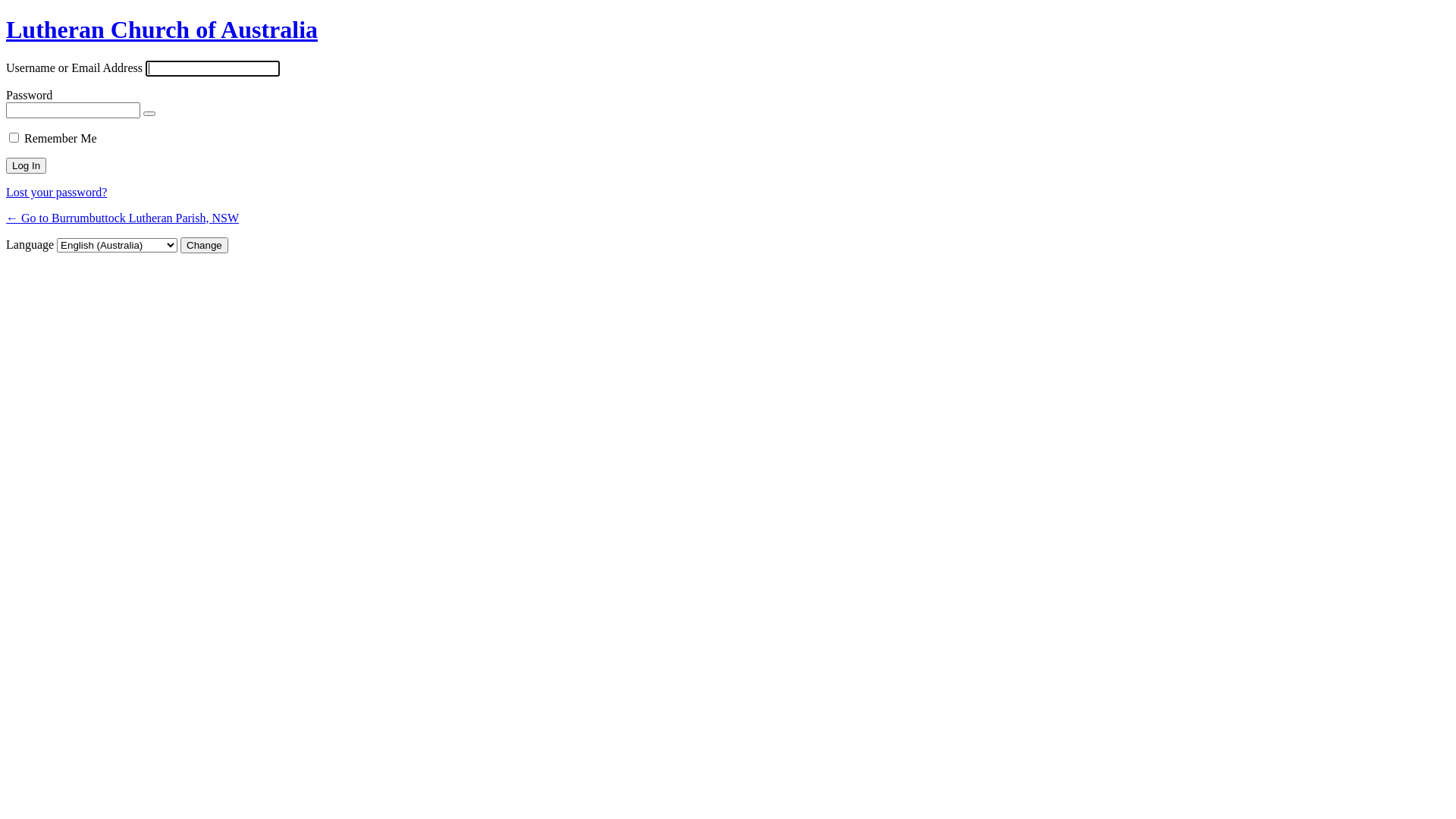 The height and width of the screenshot is (819, 1456). What do you see at coordinates (56, 191) in the screenshot?
I see `'Lost your password?'` at bounding box center [56, 191].